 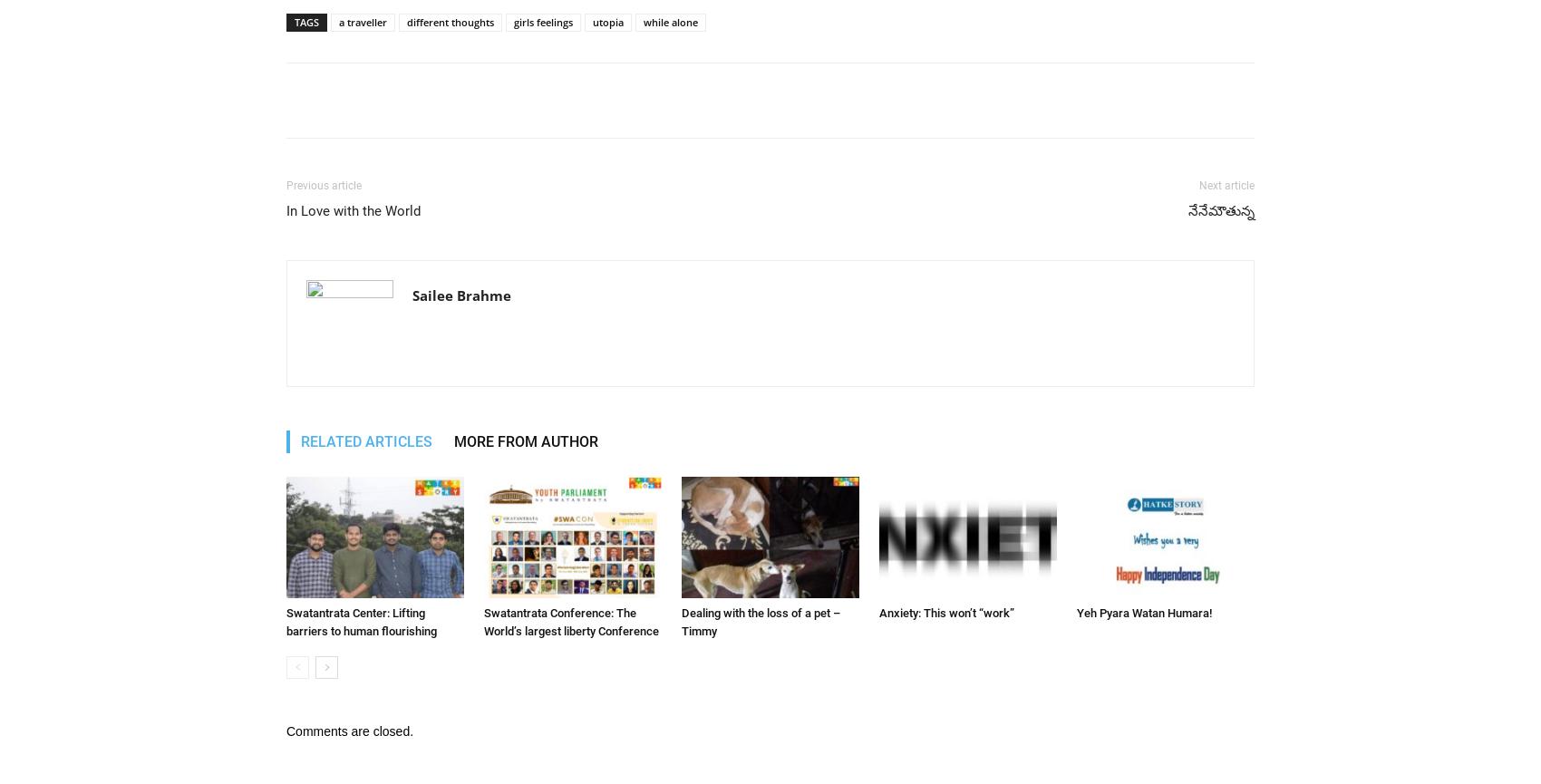 I want to click on 'Previous article', so click(x=323, y=183).